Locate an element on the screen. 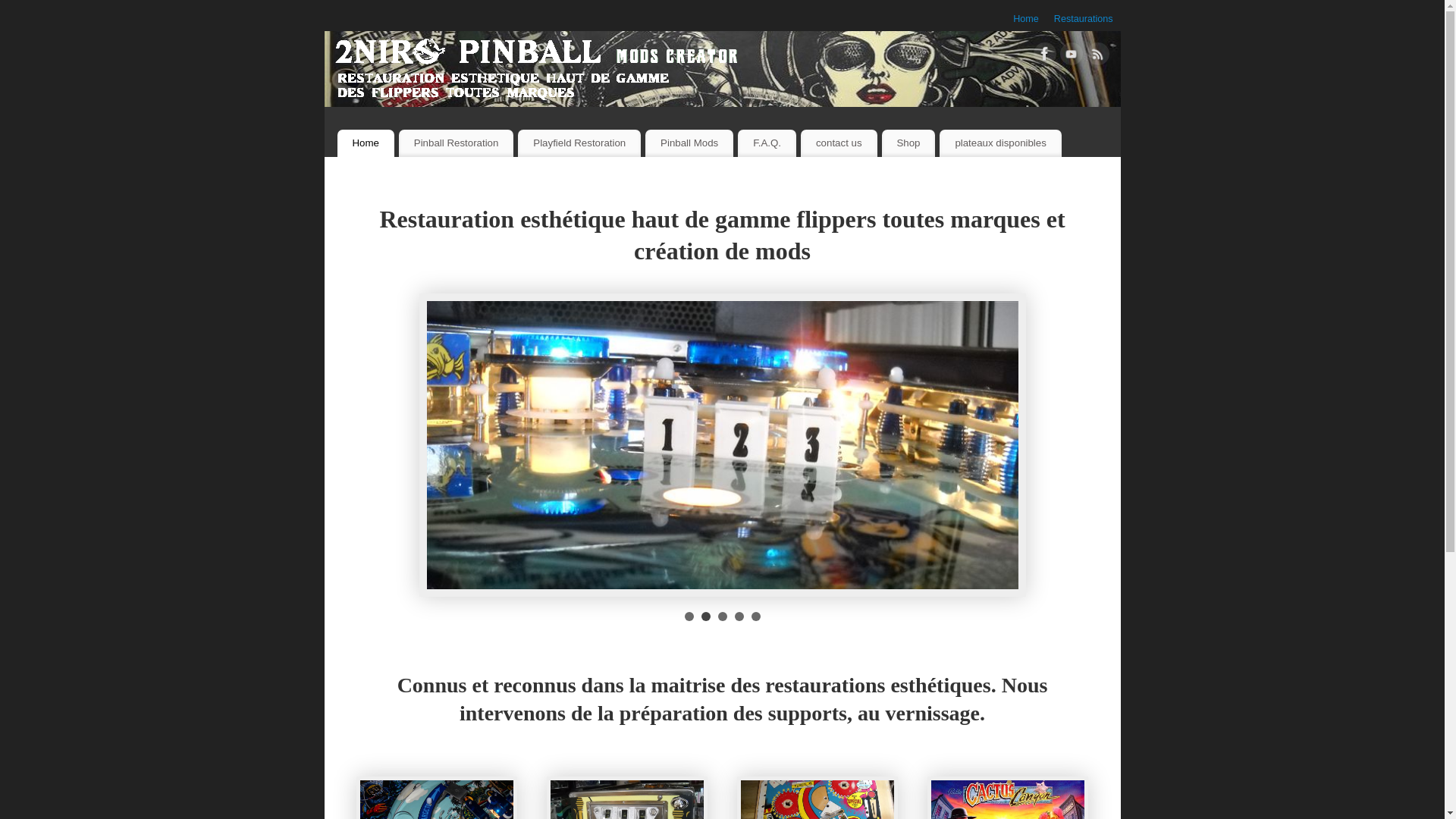 The width and height of the screenshot is (1456, 819). 'RSS' is located at coordinates (1097, 55).